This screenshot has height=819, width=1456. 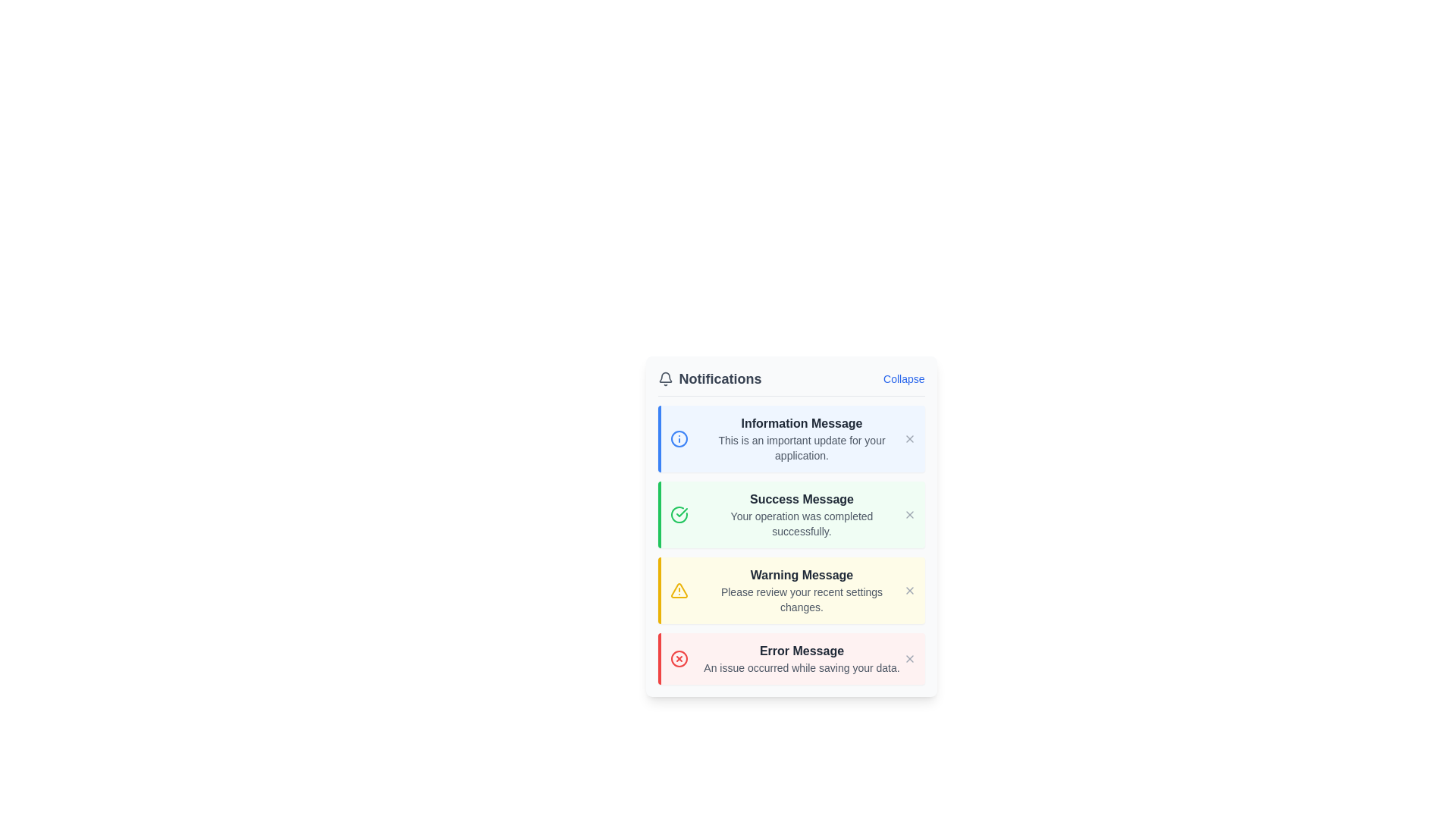 I want to click on the informational notification component that contains the message 'Information Message' and the description 'This is an important update for your application.', so click(x=790, y=438).